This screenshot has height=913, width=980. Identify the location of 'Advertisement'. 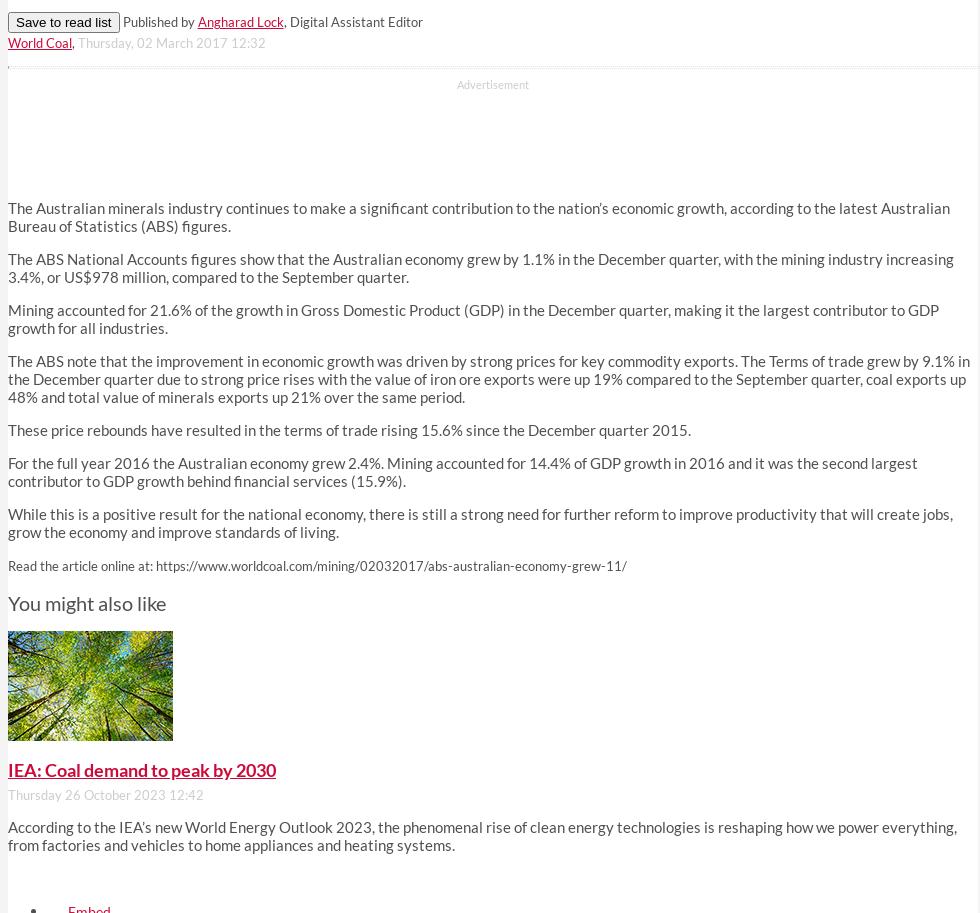
(456, 85).